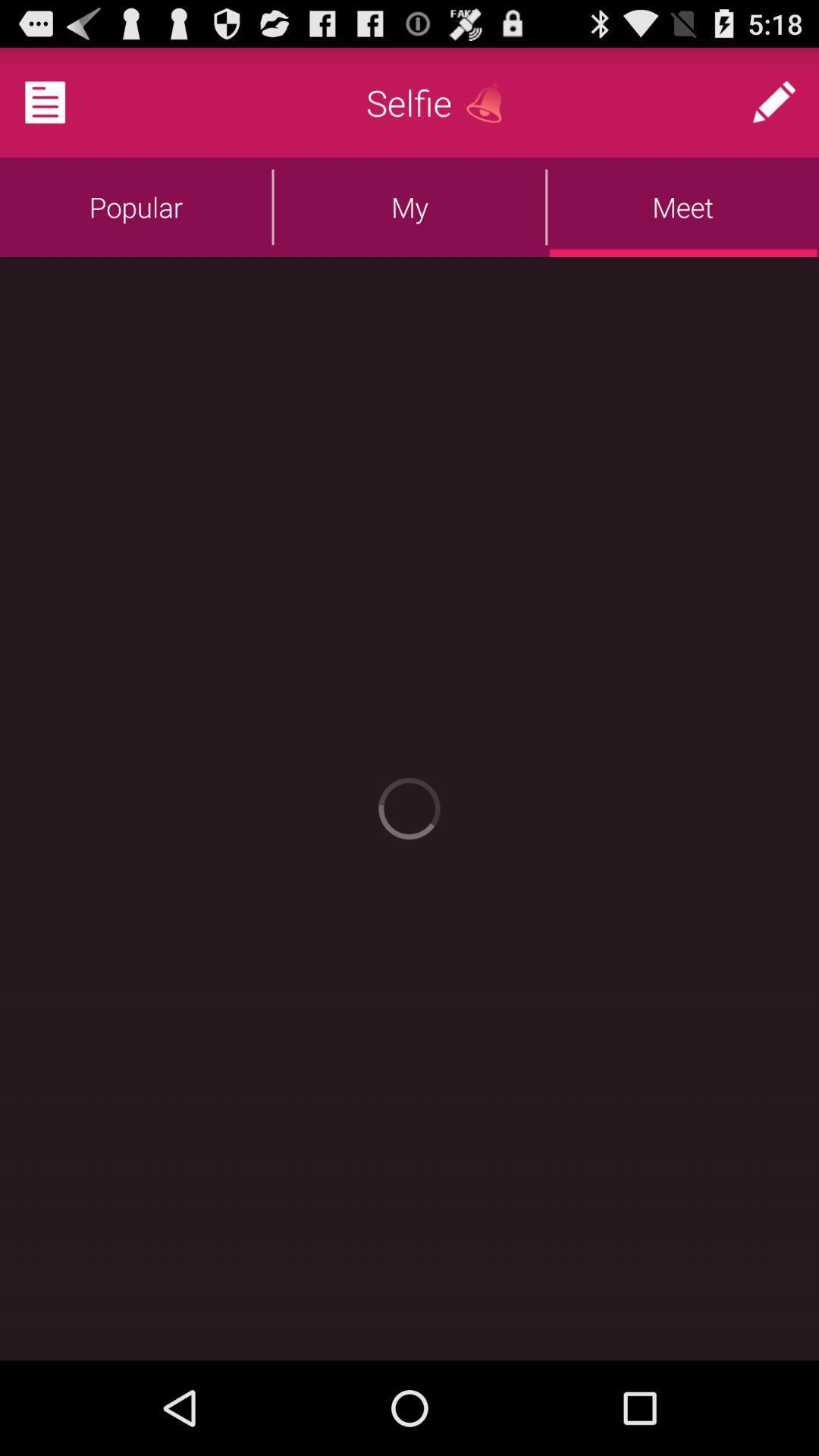 Image resolution: width=819 pixels, height=1456 pixels. I want to click on notifications, so click(63, 101).